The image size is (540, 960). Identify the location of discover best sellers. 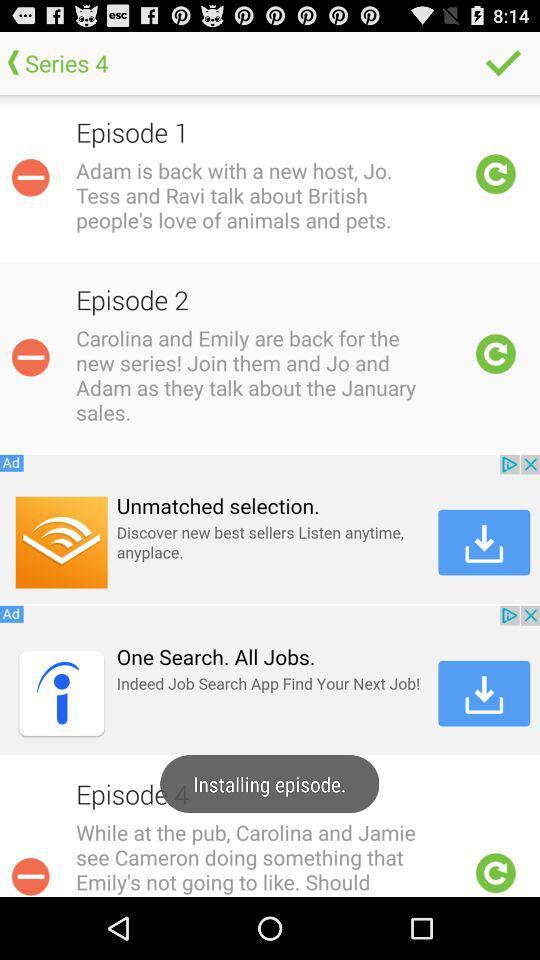
(270, 528).